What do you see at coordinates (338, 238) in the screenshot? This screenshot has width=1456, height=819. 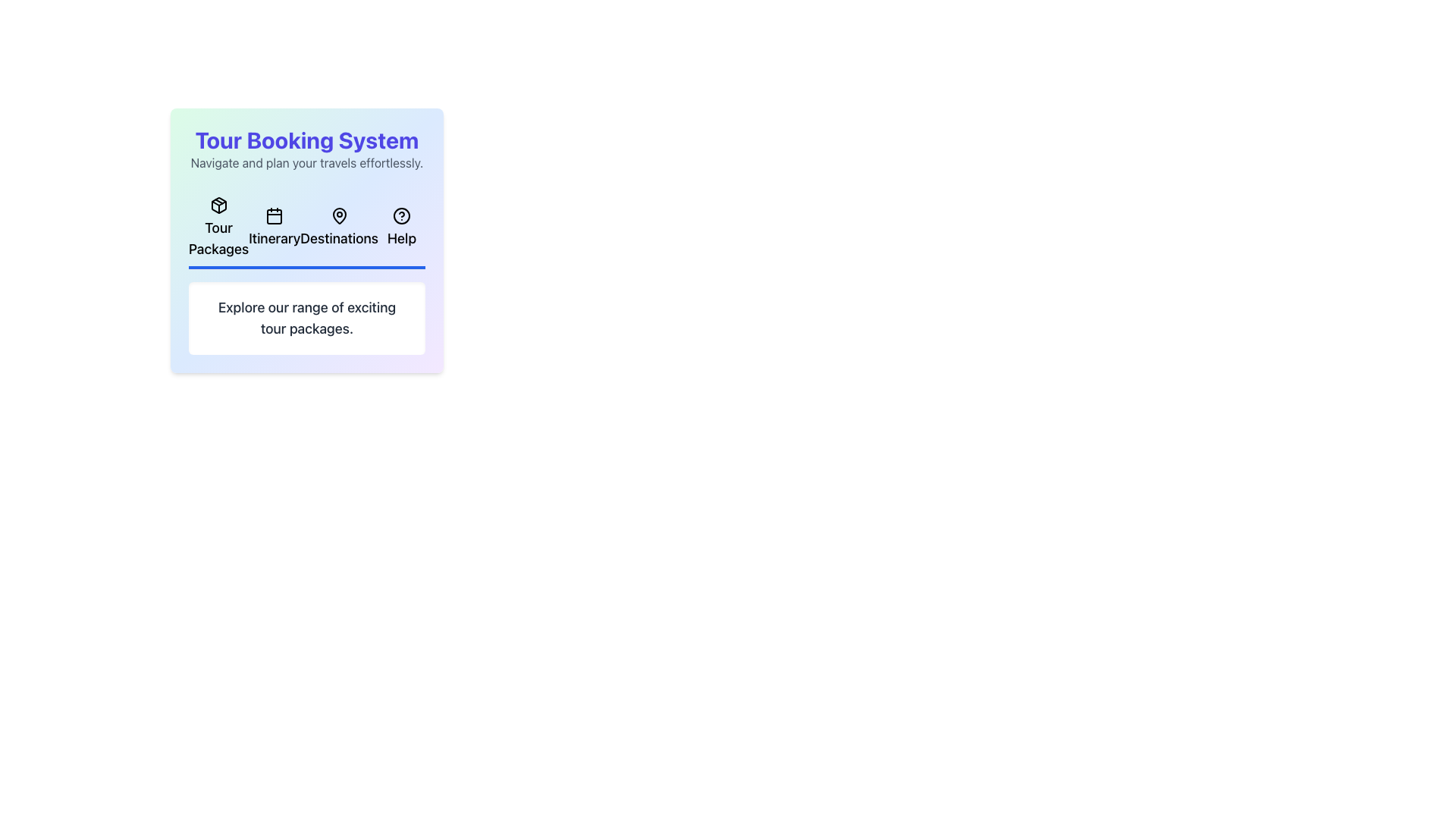 I see `the text label that reads 'Destinations', styled in black font, located in the navigation bar structure between 'Itinerary' and 'Help'` at bounding box center [338, 238].